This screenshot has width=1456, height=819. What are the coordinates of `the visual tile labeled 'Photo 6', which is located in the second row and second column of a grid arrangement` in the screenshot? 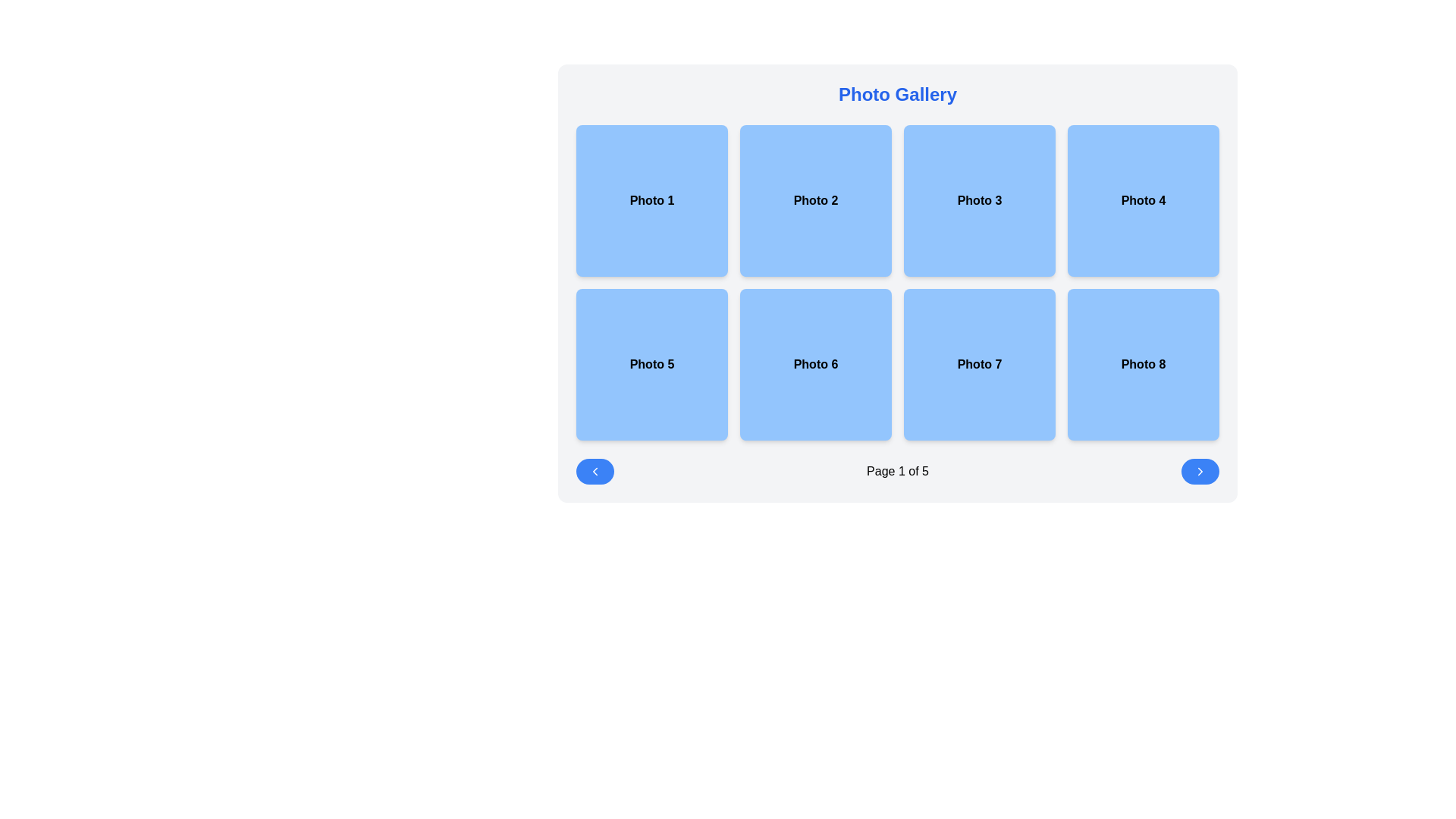 It's located at (814, 365).